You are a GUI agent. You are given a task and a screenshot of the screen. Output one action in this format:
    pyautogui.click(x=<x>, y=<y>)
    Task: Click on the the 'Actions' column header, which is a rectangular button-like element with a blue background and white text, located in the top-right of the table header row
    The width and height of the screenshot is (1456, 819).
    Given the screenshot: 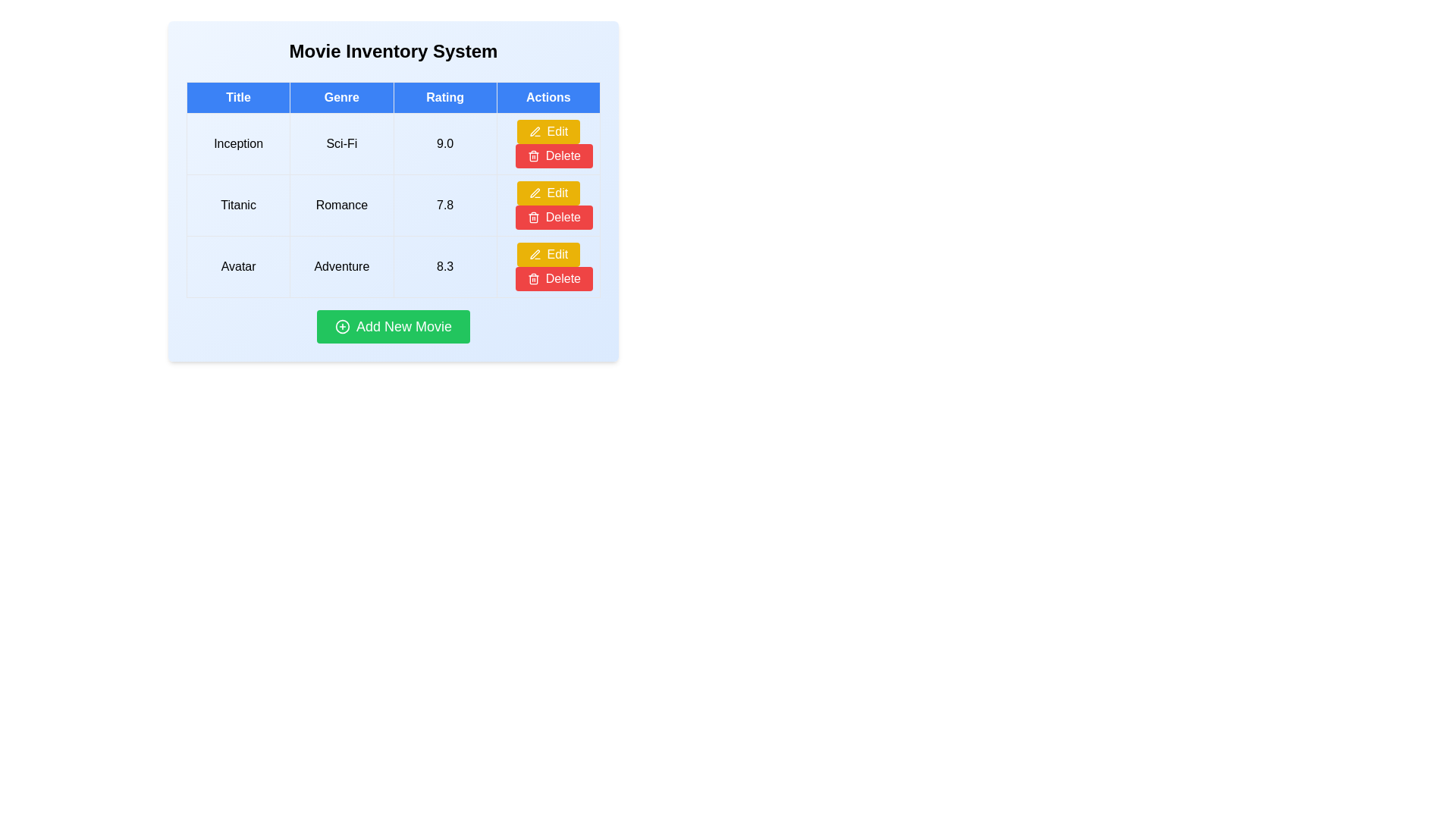 What is the action you would take?
    pyautogui.click(x=548, y=97)
    